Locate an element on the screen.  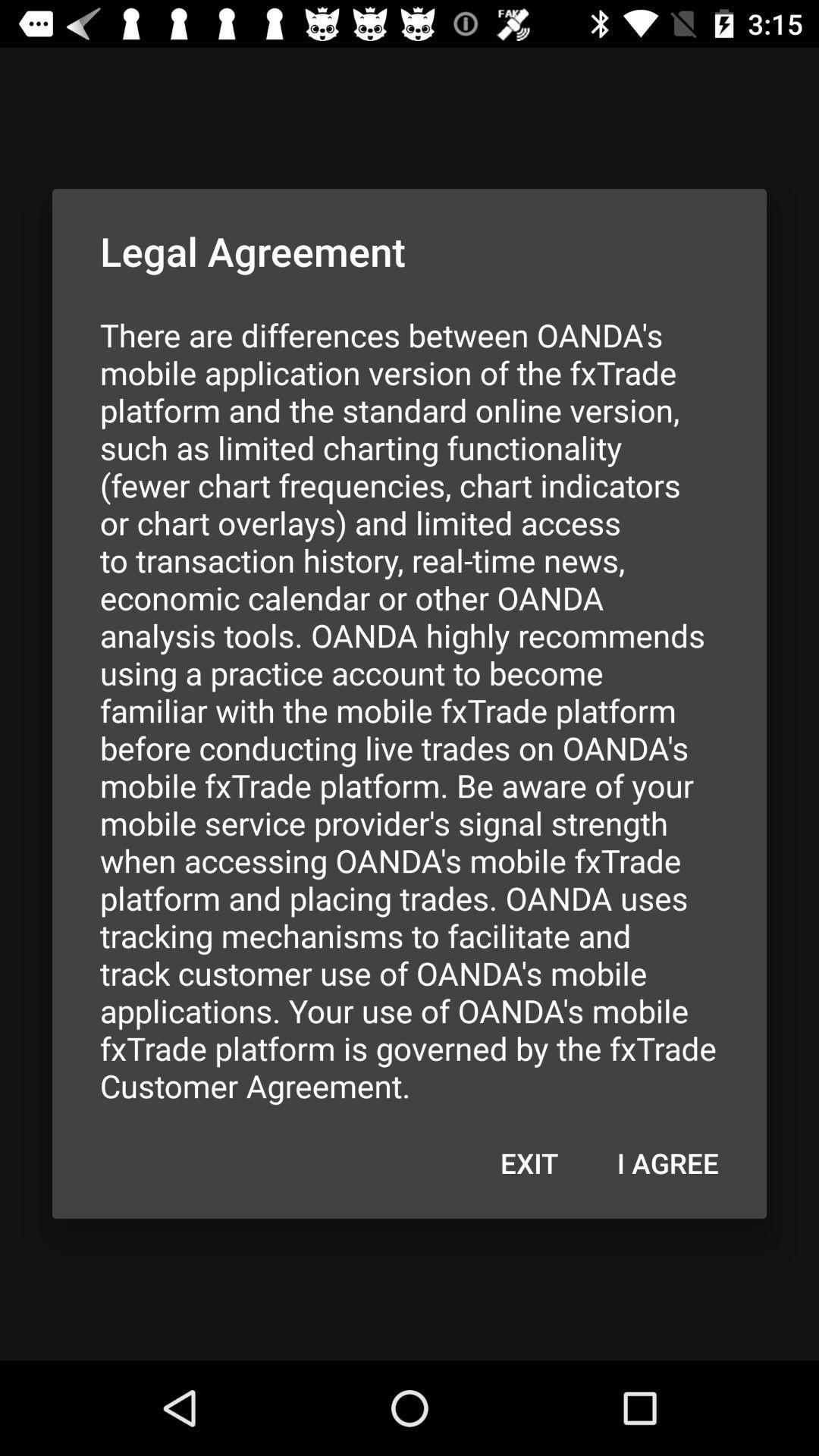
the icon next to exit button is located at coordinates (667, 1162).